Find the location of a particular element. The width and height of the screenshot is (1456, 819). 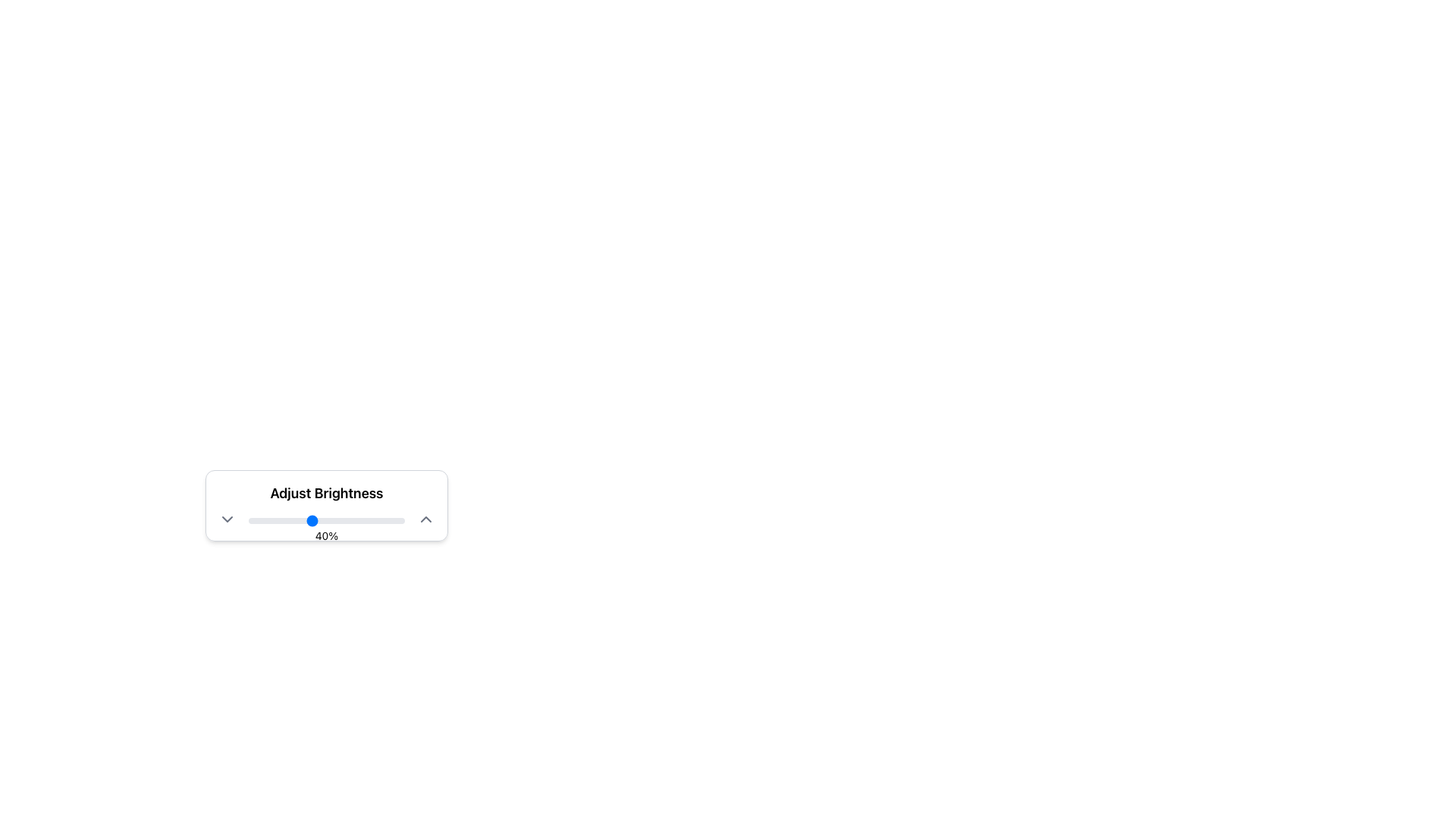

the brightness is located at coordinates (373, 519).